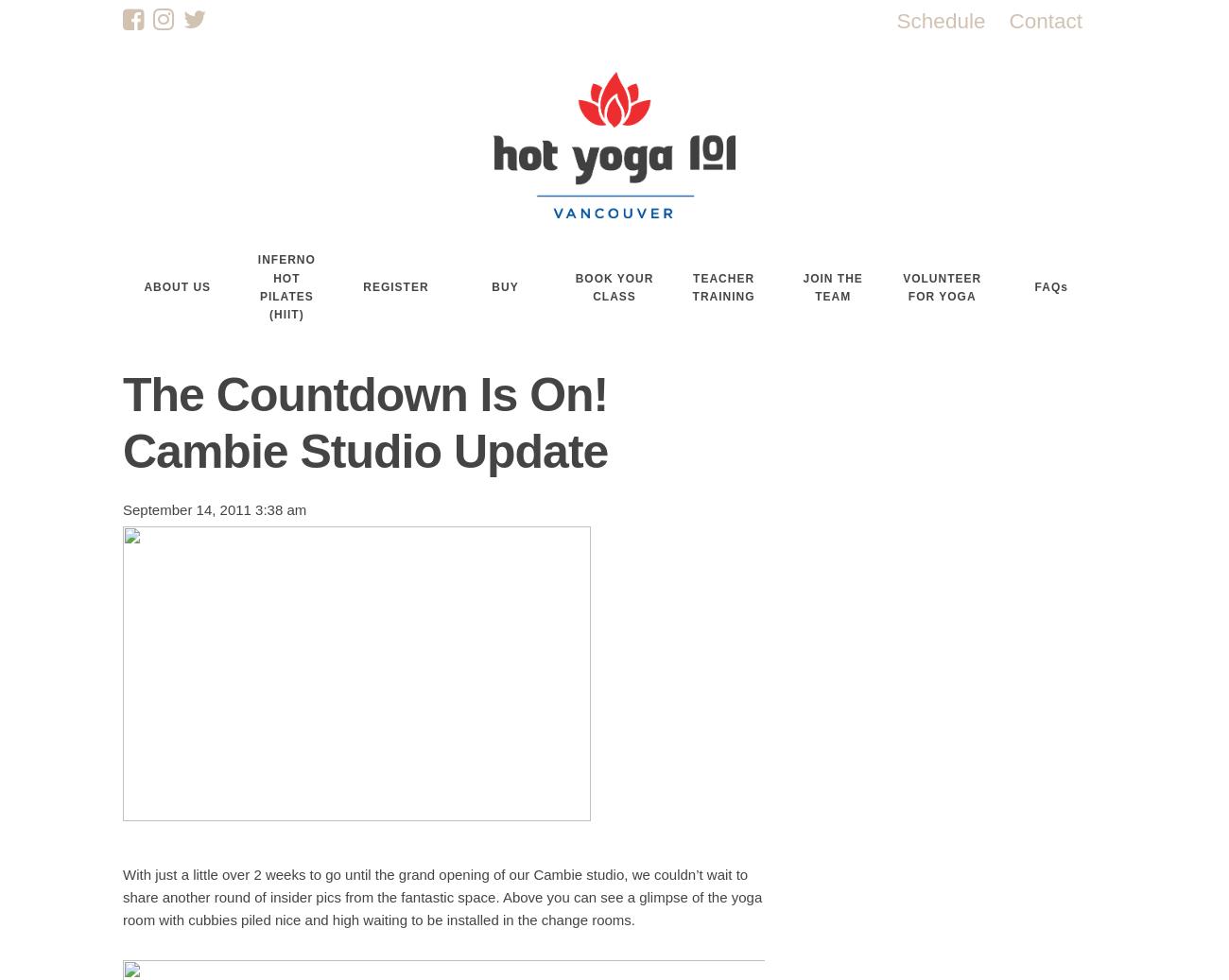  Describe the element at coordinates (213, 509) in the screenshot. I see `'September 14, 2011 3:38 am'` at that location.